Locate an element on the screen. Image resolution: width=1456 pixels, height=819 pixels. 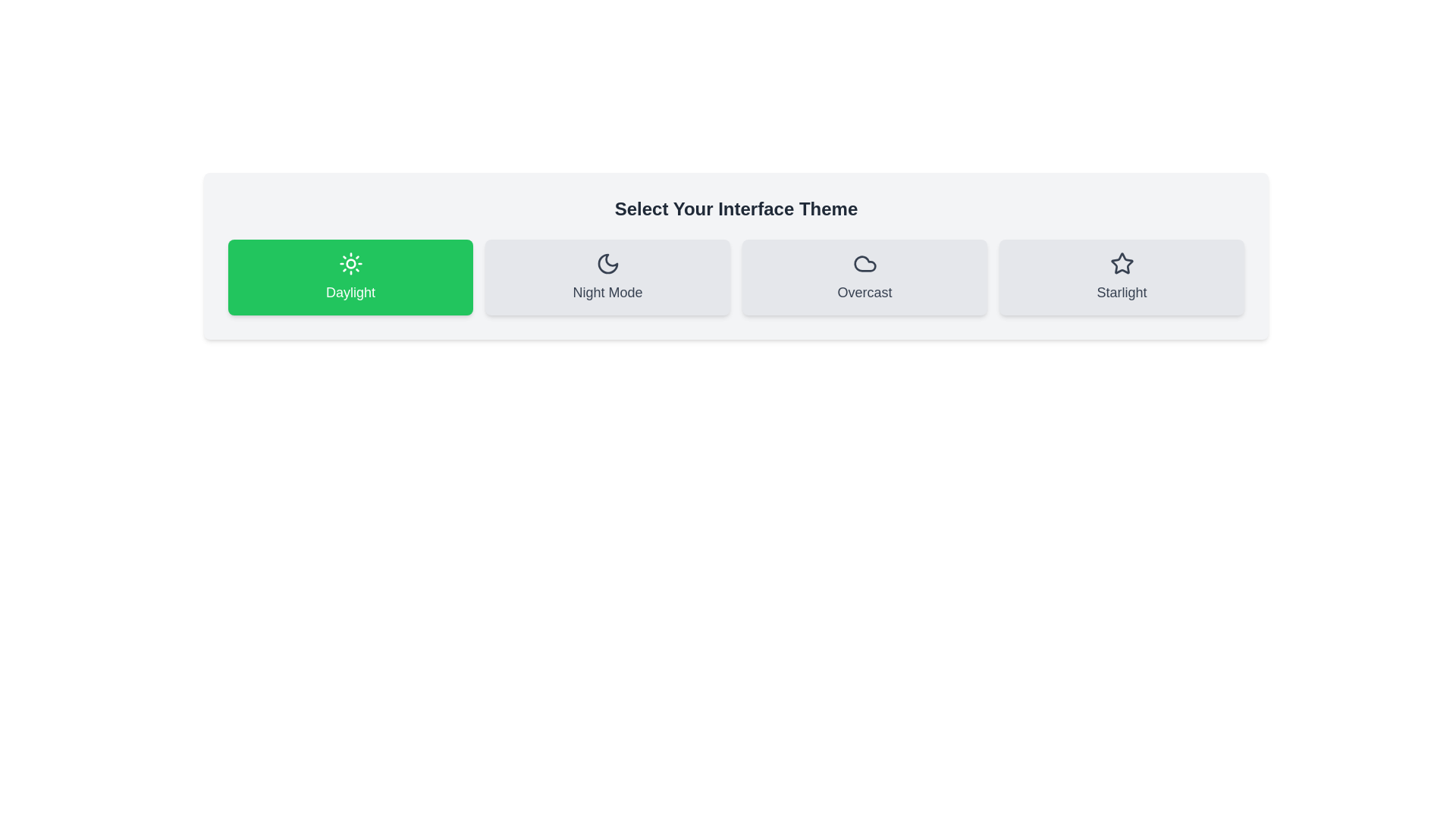
the theme button labeled Starlight is located at coordinates (1122, 278).